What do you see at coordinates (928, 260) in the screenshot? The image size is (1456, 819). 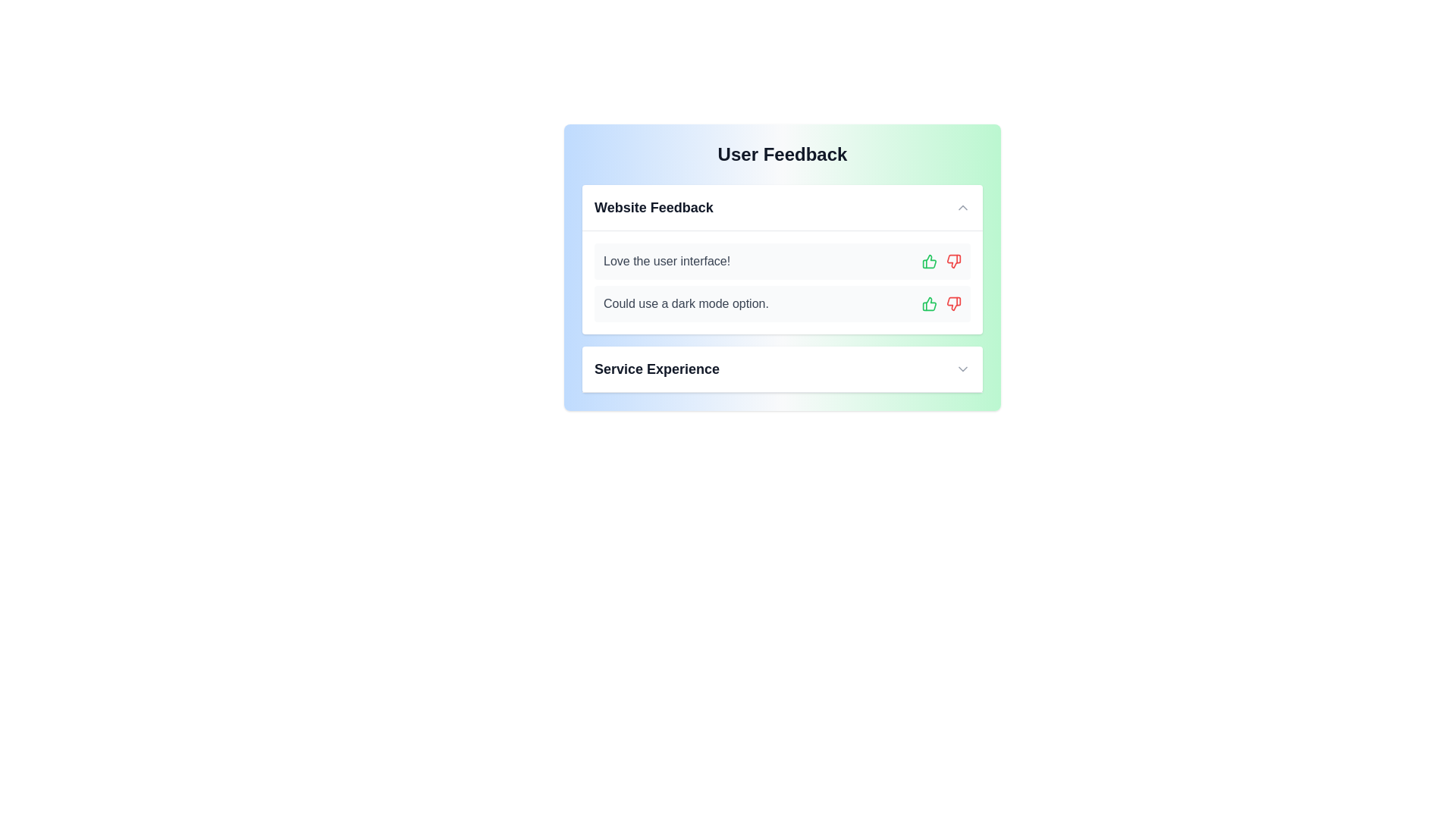 I see `the thumbs up icon for the comment 'Love the user interface!'` at bounding box center [928, 260].